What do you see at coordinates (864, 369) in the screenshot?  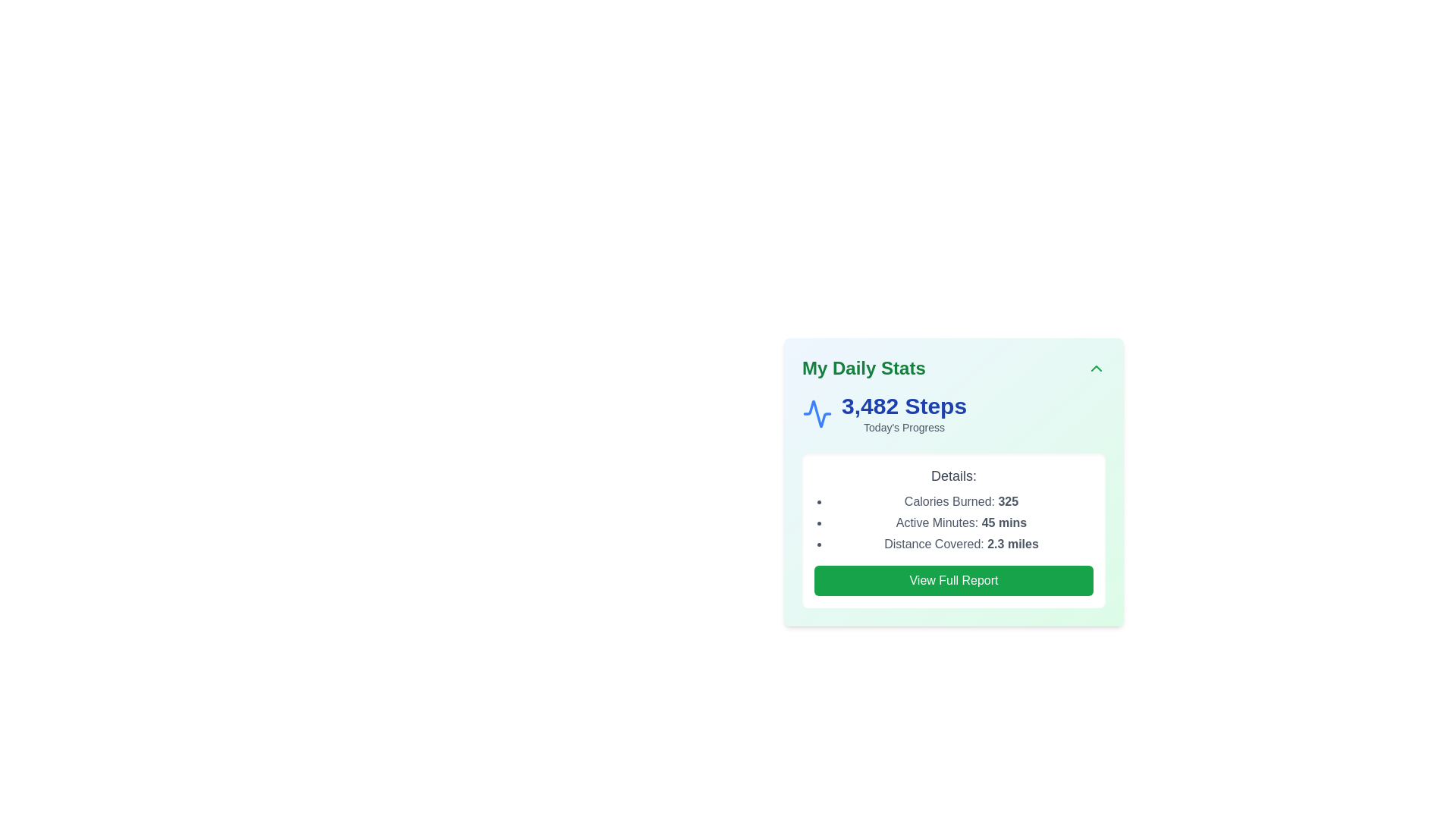 I see `the heading or label that provides an overview of daily statistics, located in the top-left part of a light-colored card` at bounding box center [864, 369].